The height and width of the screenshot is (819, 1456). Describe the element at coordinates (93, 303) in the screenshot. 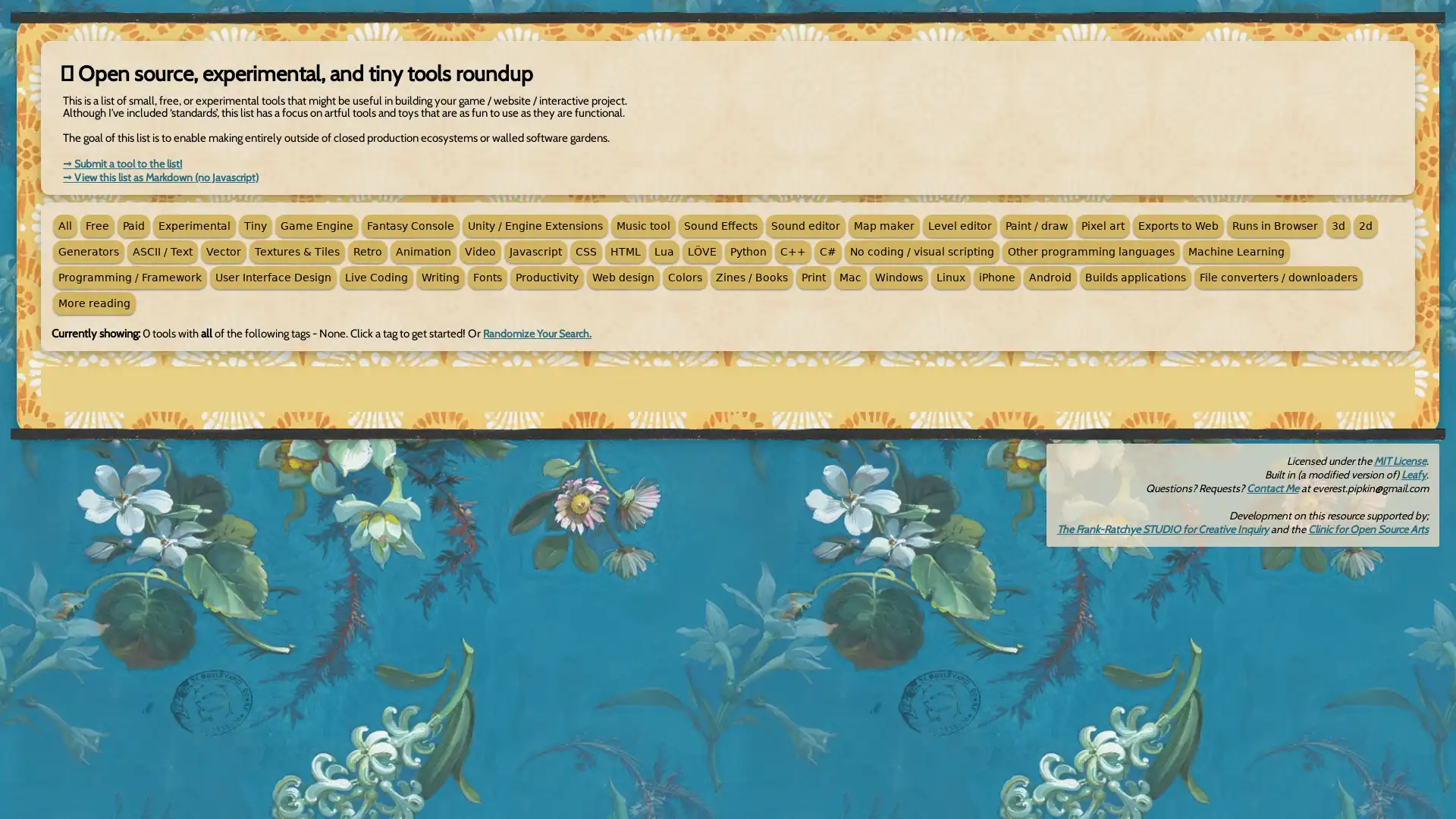

I see `More reading` at that location.